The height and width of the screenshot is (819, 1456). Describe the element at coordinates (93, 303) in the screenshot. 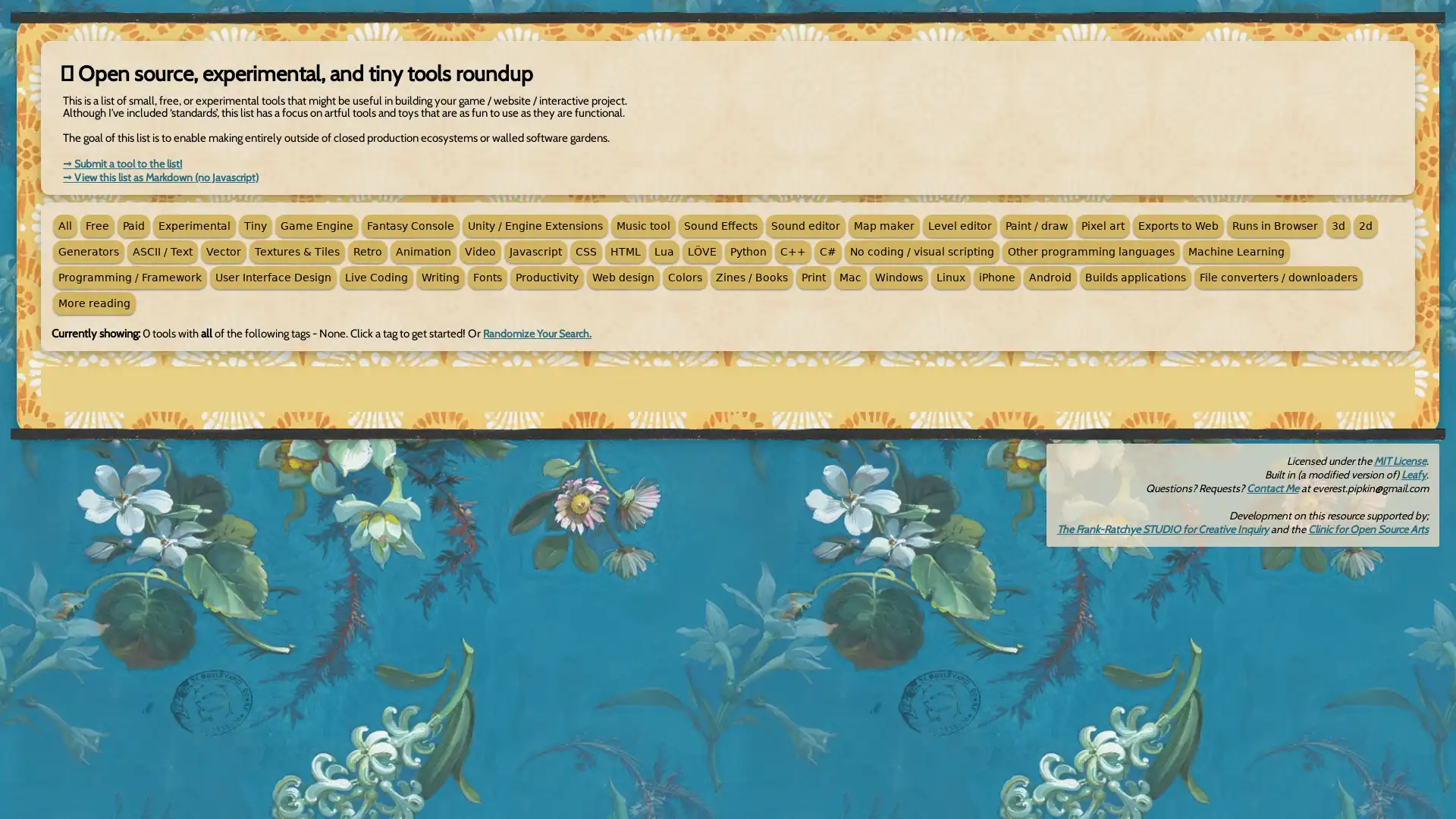

I see `More reading` at that location.